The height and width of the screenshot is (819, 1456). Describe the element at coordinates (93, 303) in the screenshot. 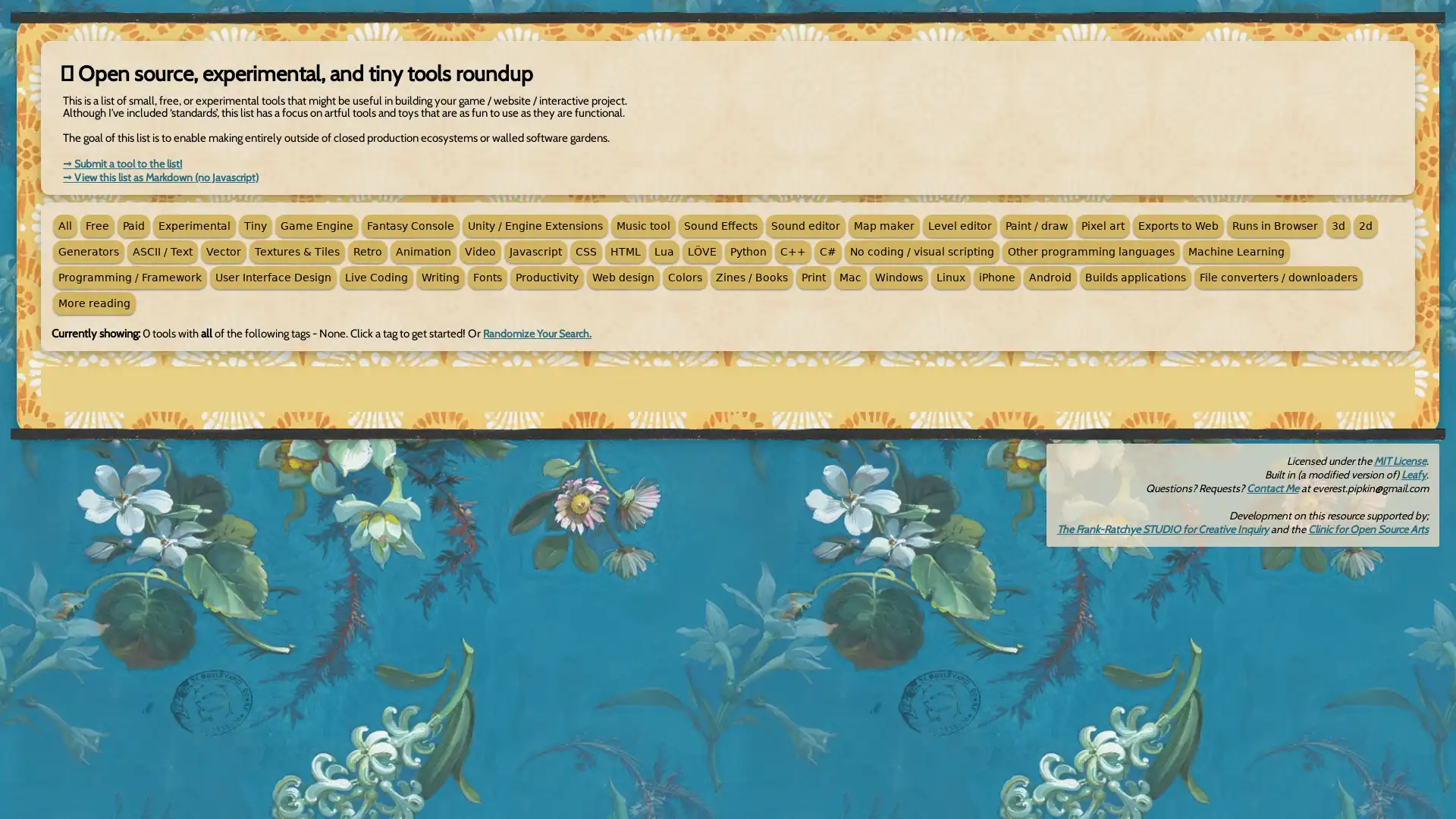

I see `More reading` at that location.